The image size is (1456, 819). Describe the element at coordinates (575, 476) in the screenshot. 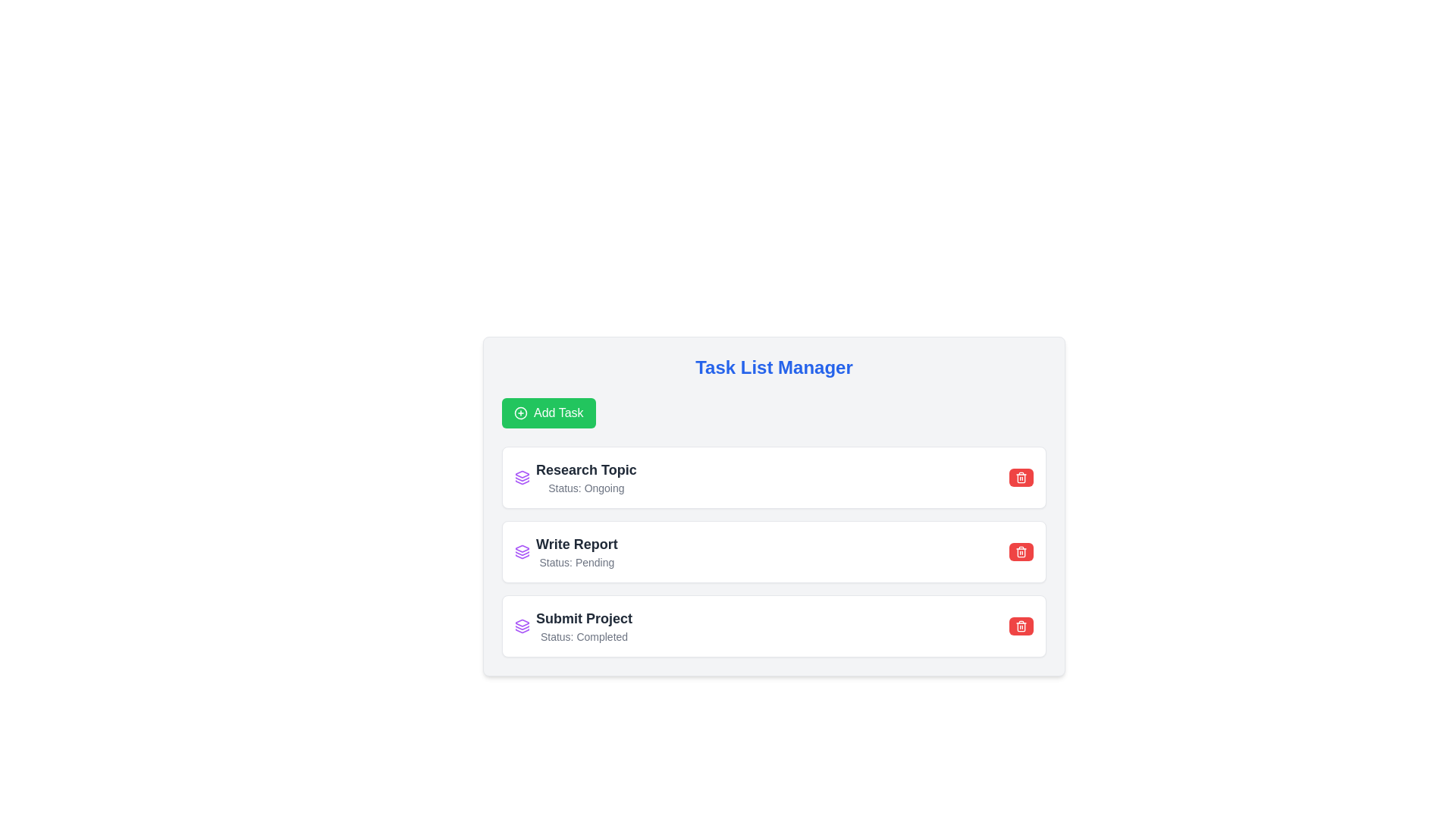

I see `text displayed in the 'Research Topic' section of the task manager interface, which includes the status 'Ongoing'` at that location.